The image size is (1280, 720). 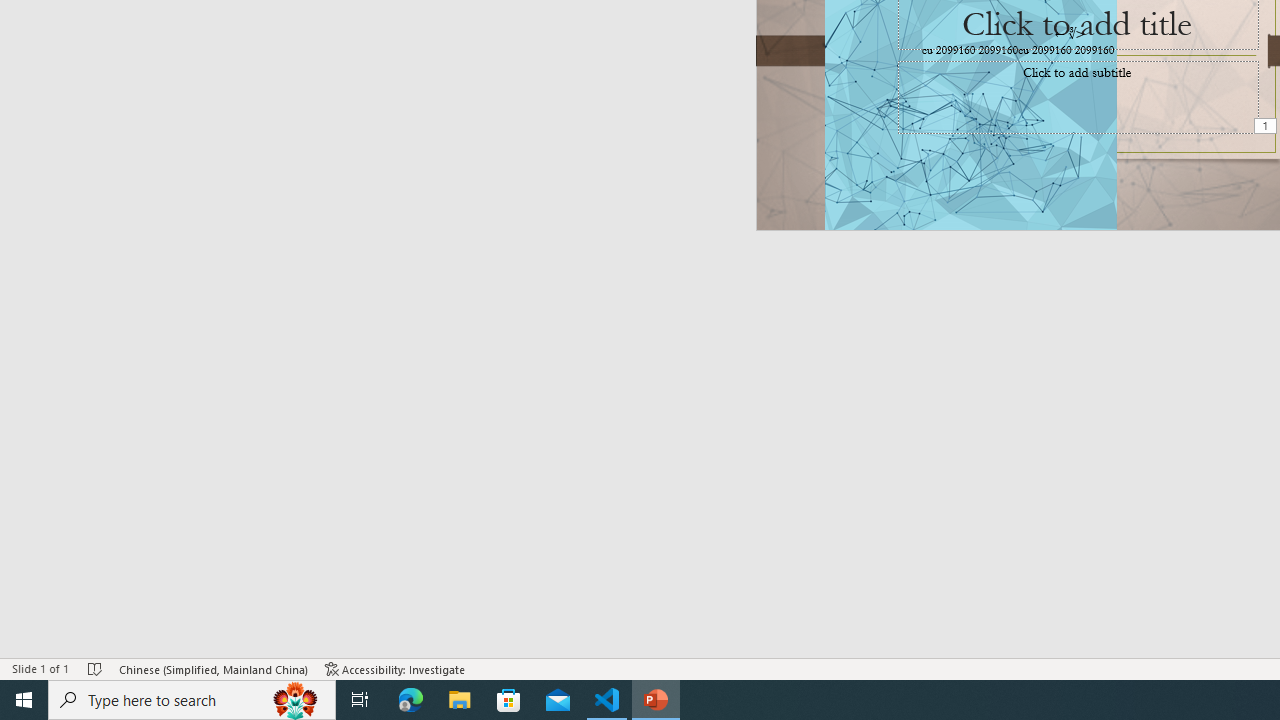 I want to click on 'TextBox 7', so click(x=1069, y=33).